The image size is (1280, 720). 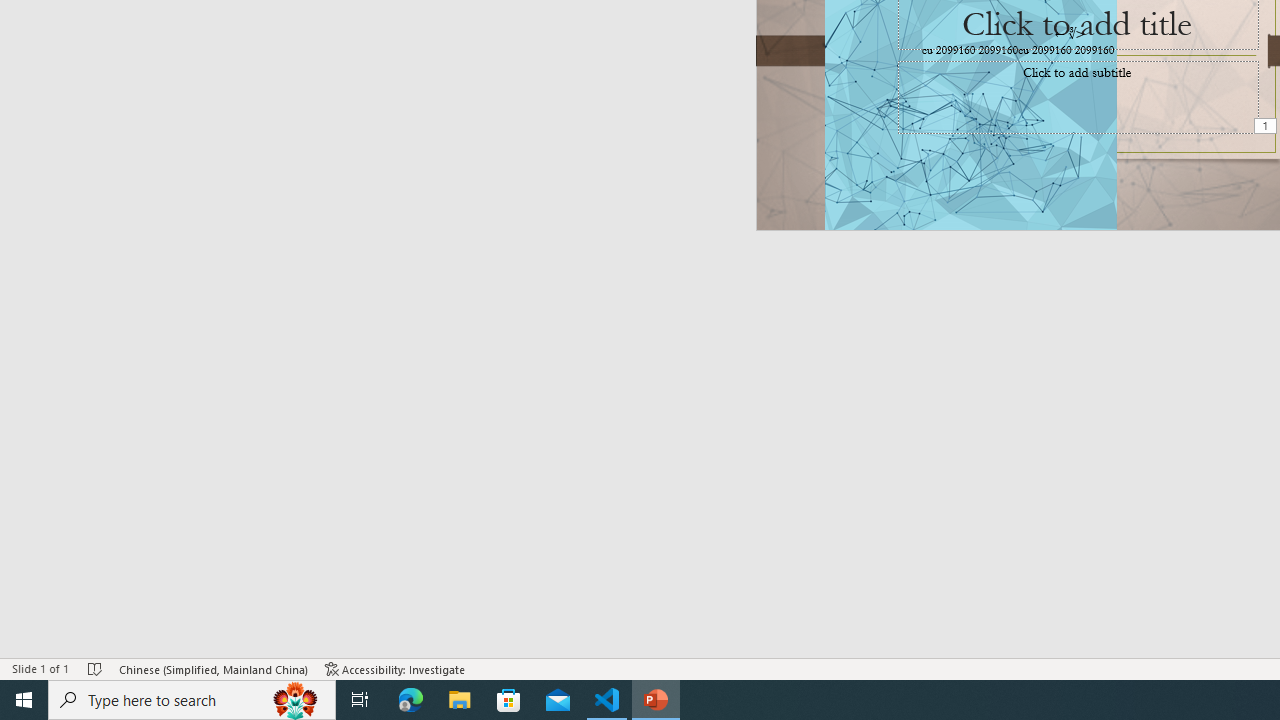 I want to click on 'TextBox 7', so click(x=1069, y=33).